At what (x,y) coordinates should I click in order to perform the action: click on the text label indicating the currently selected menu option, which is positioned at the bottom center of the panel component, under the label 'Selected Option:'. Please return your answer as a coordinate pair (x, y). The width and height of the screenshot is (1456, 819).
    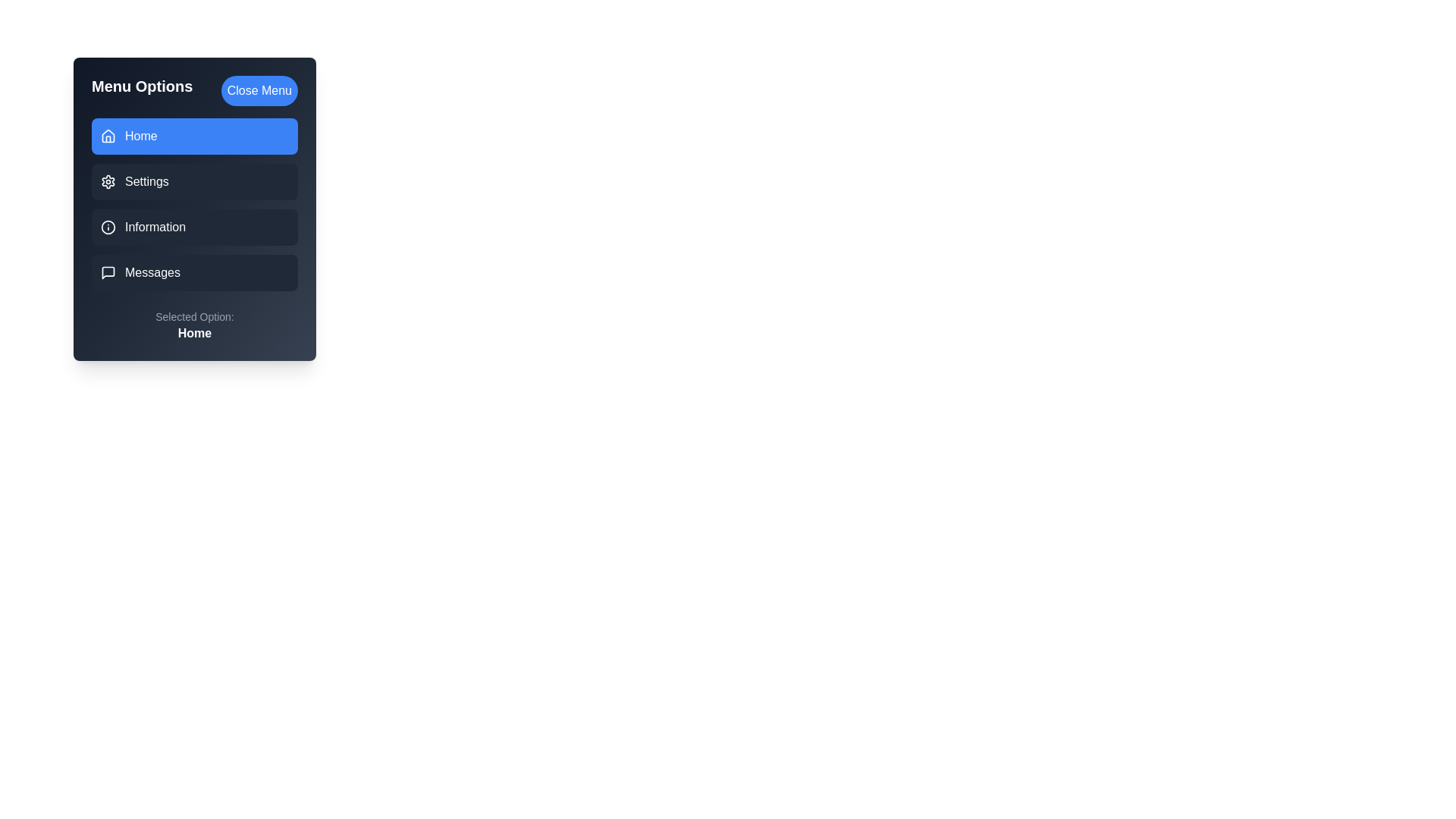
    Looking at the image, I should click on (193, 332).